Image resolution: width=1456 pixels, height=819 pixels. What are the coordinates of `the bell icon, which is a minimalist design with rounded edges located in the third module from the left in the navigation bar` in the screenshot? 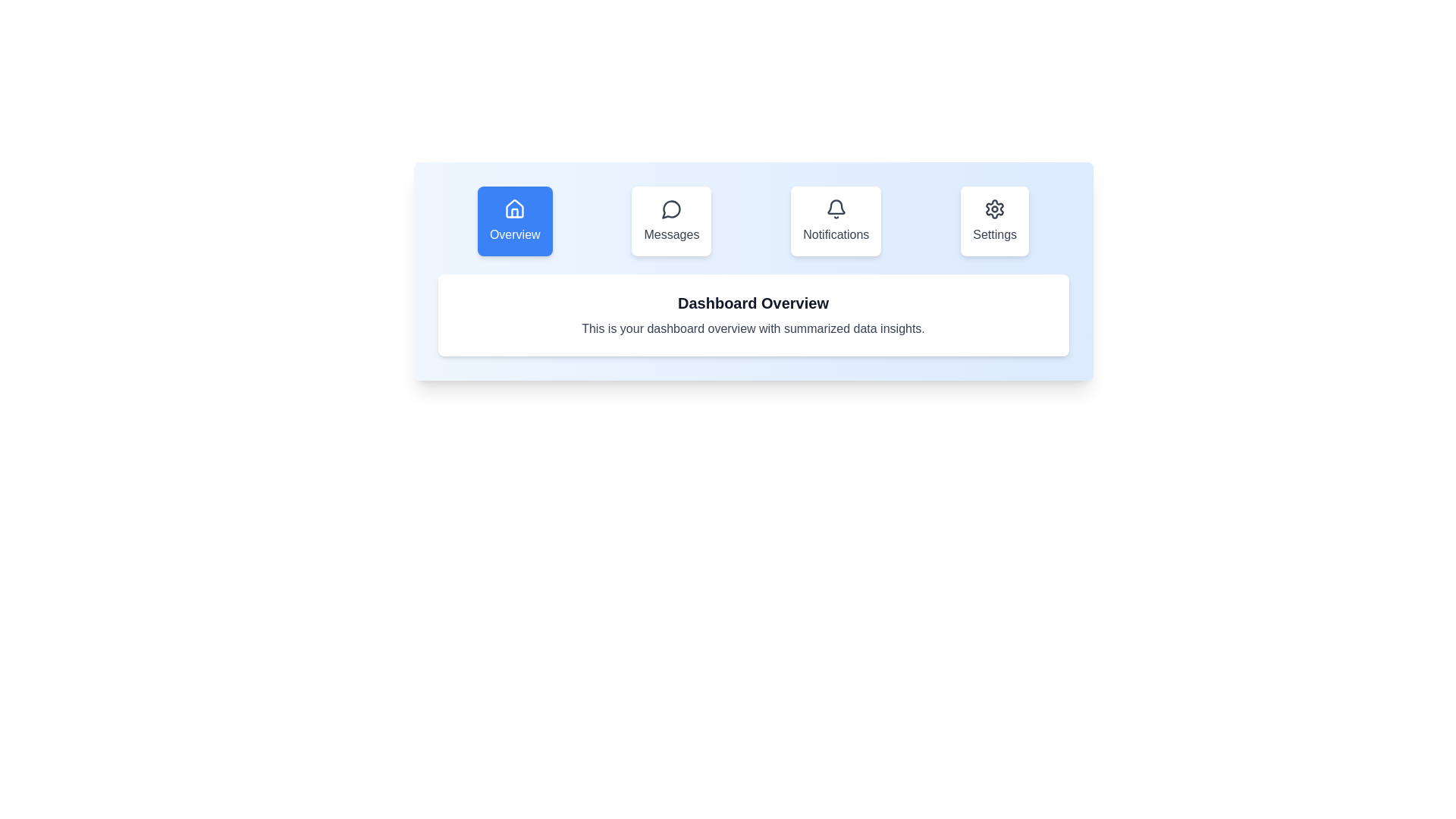 It's located at (835, 209).